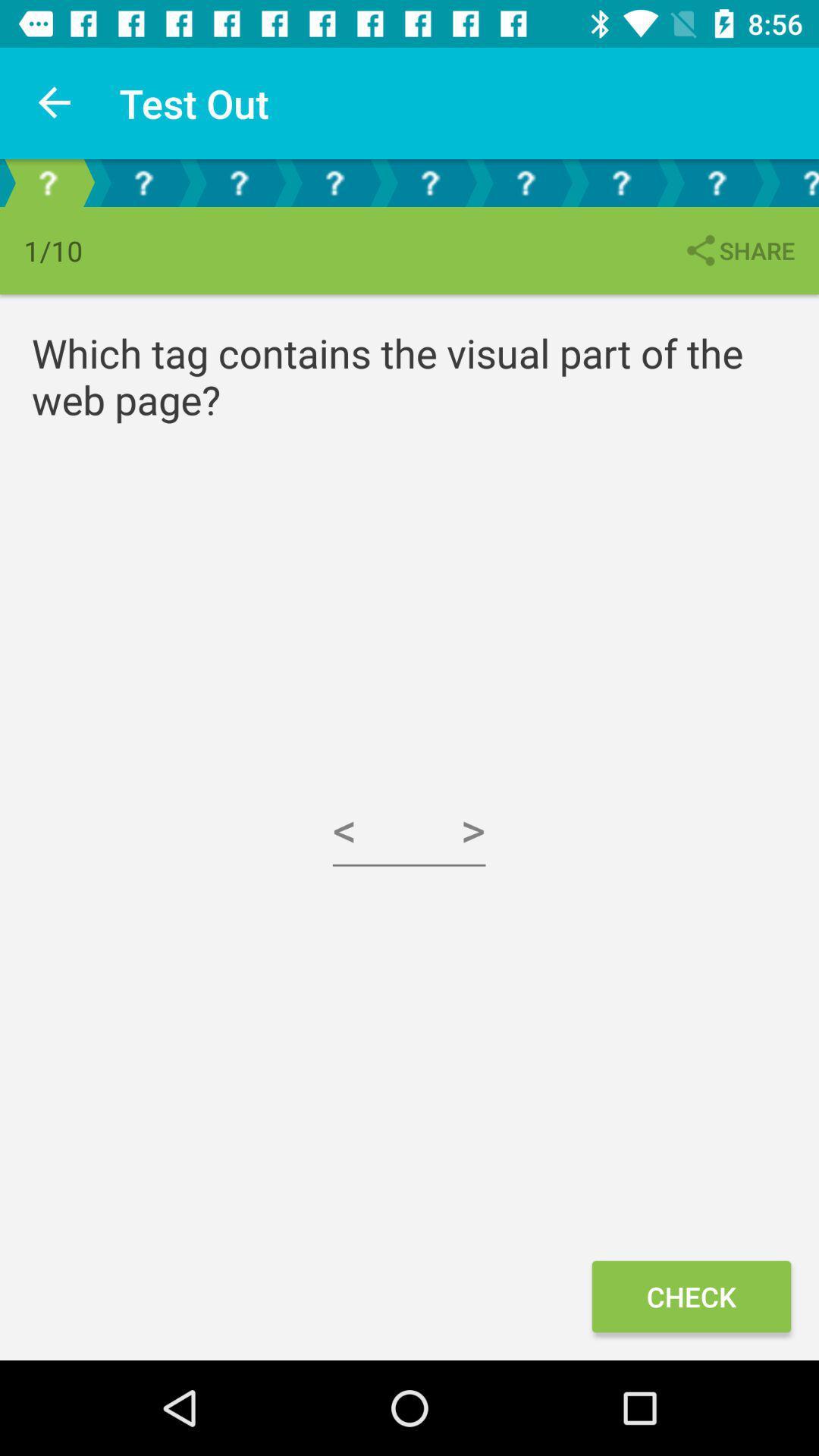  What do you see at coordinates (239, 182) in the screenshot?
I see `the help icon` at bounding box center [239, 182].